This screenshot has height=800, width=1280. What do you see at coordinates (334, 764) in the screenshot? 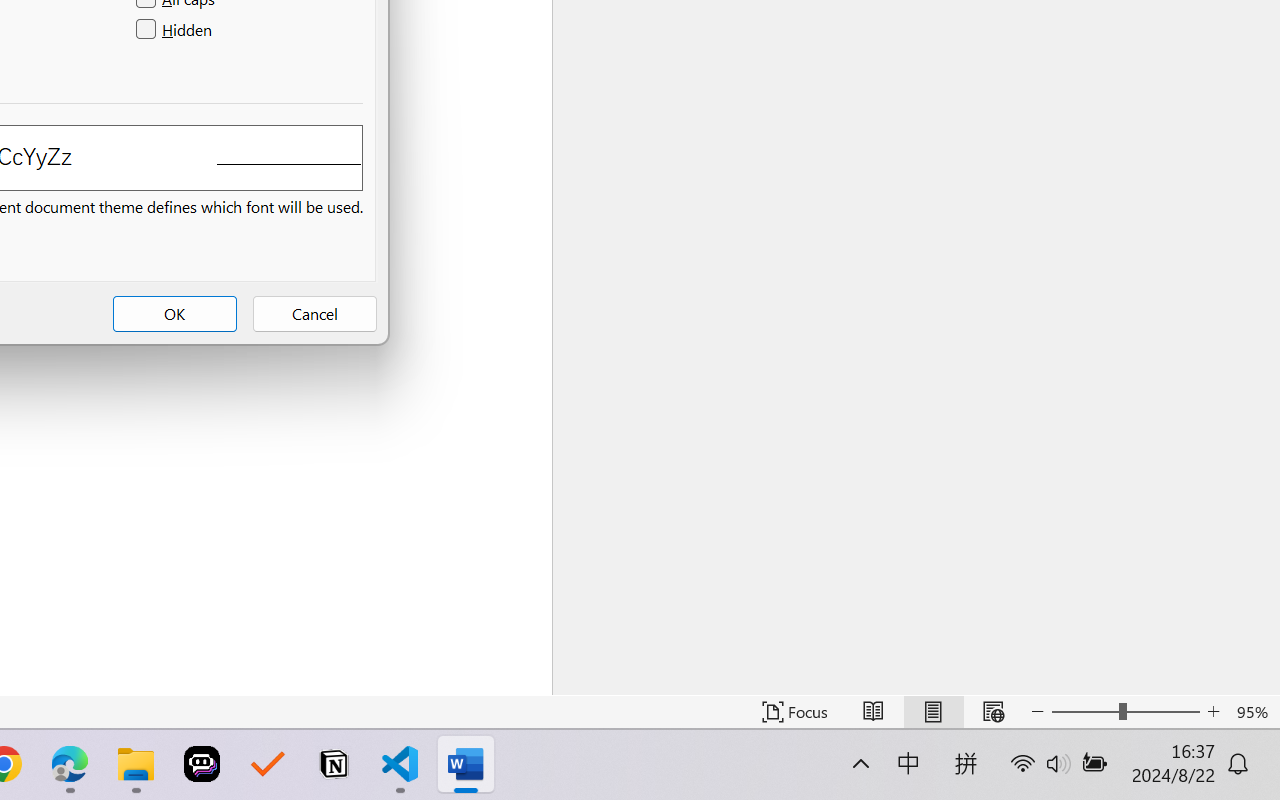
I see `'Notion'` at bounding box center [334, 764].